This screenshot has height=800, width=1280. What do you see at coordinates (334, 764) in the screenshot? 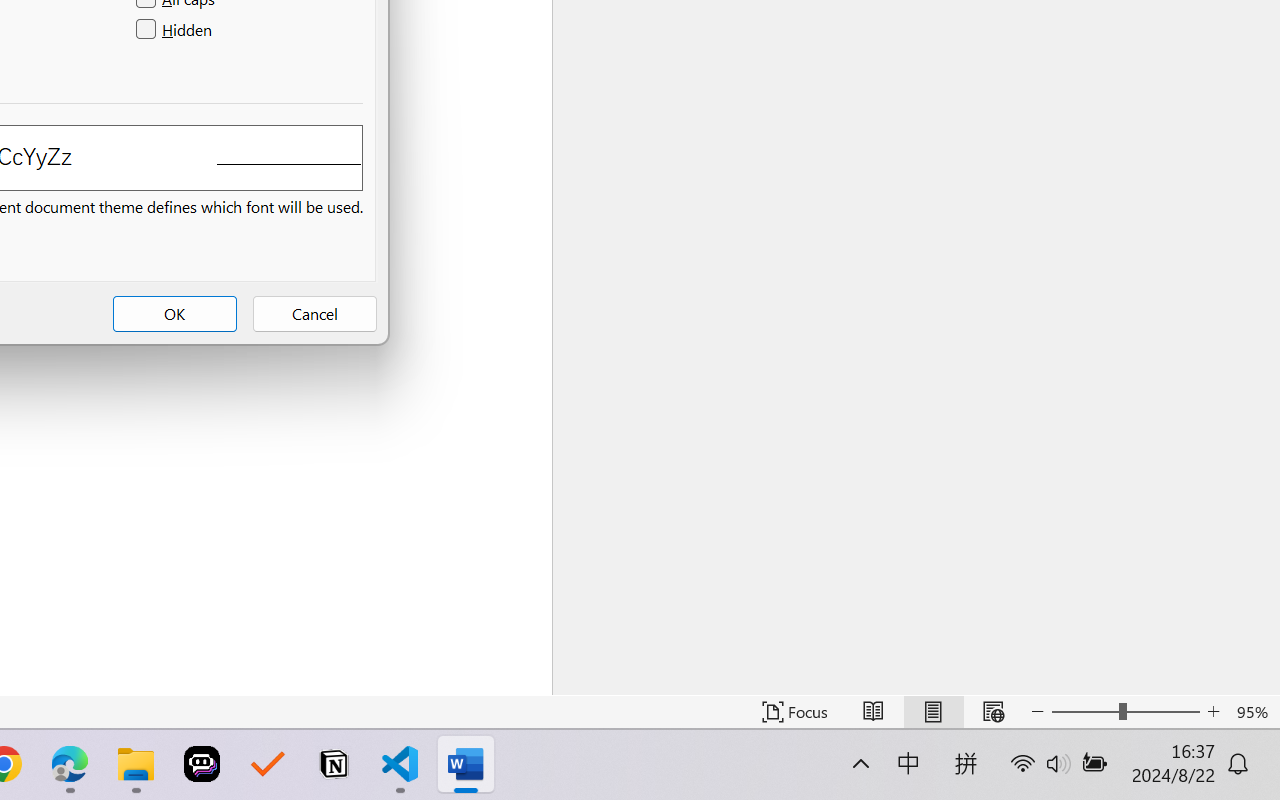
I see `'Notion'` at bounding box center [334, 764].